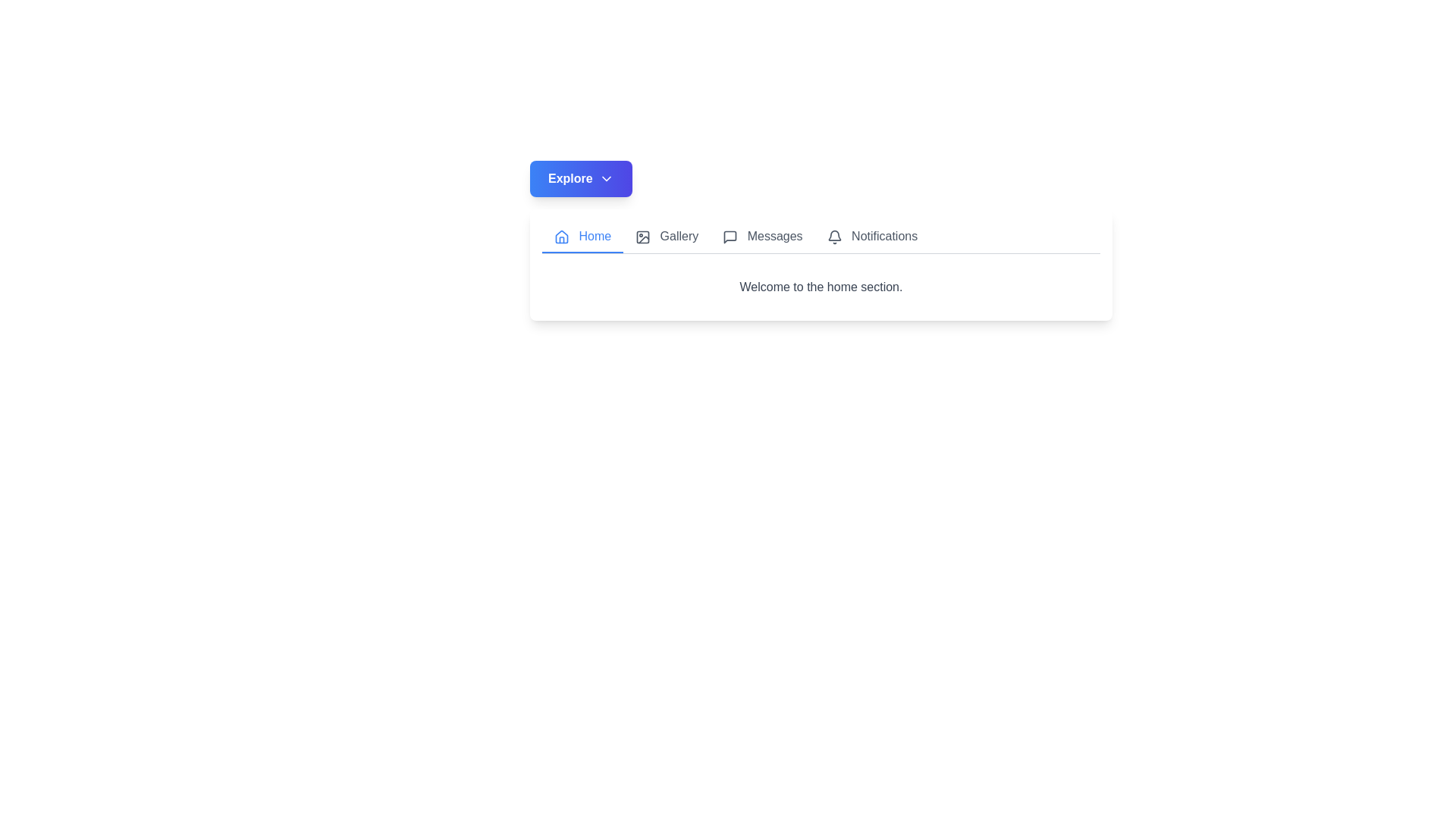 This screenshot has height=819, width=1456. What do you see at coordinates (833, 237) in the screenshot?
I see `the bell icon graphic located to the left of the 'Notifications' text label in the horizontal navigation bar` at bounding box center [833, 237].